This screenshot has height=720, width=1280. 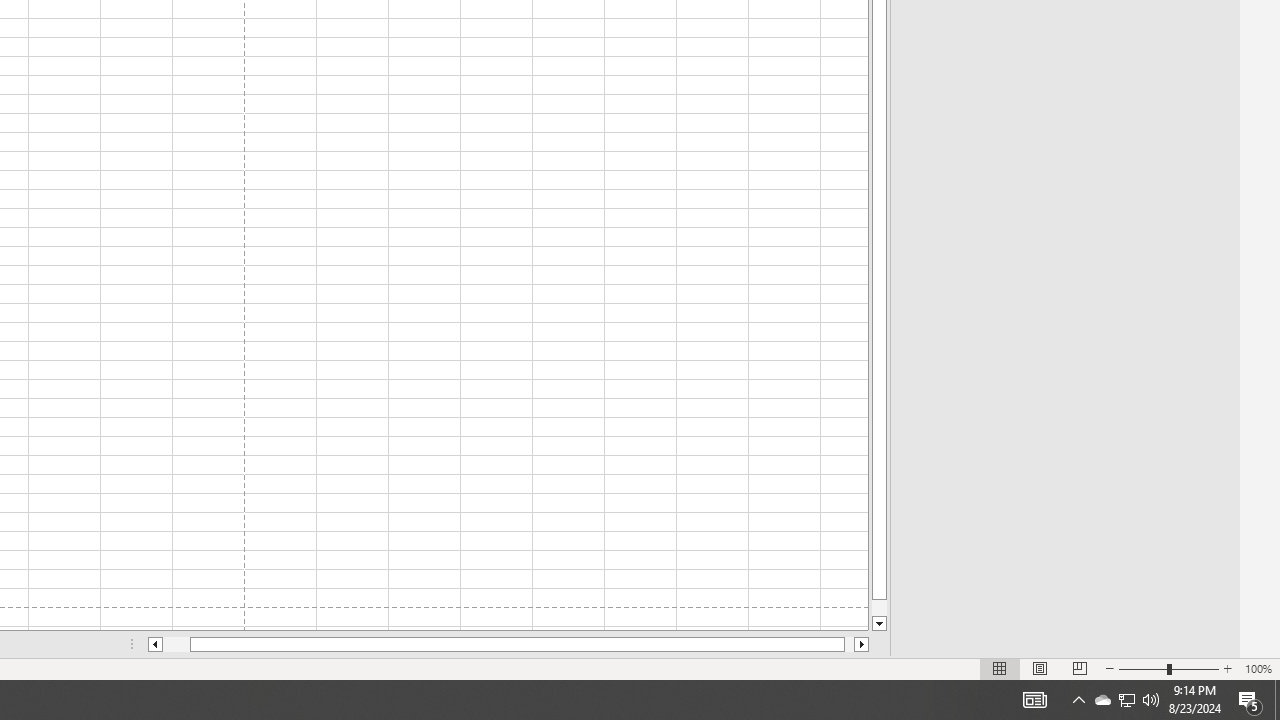 I want to click on 'Page down', so click(x=879, y=607).